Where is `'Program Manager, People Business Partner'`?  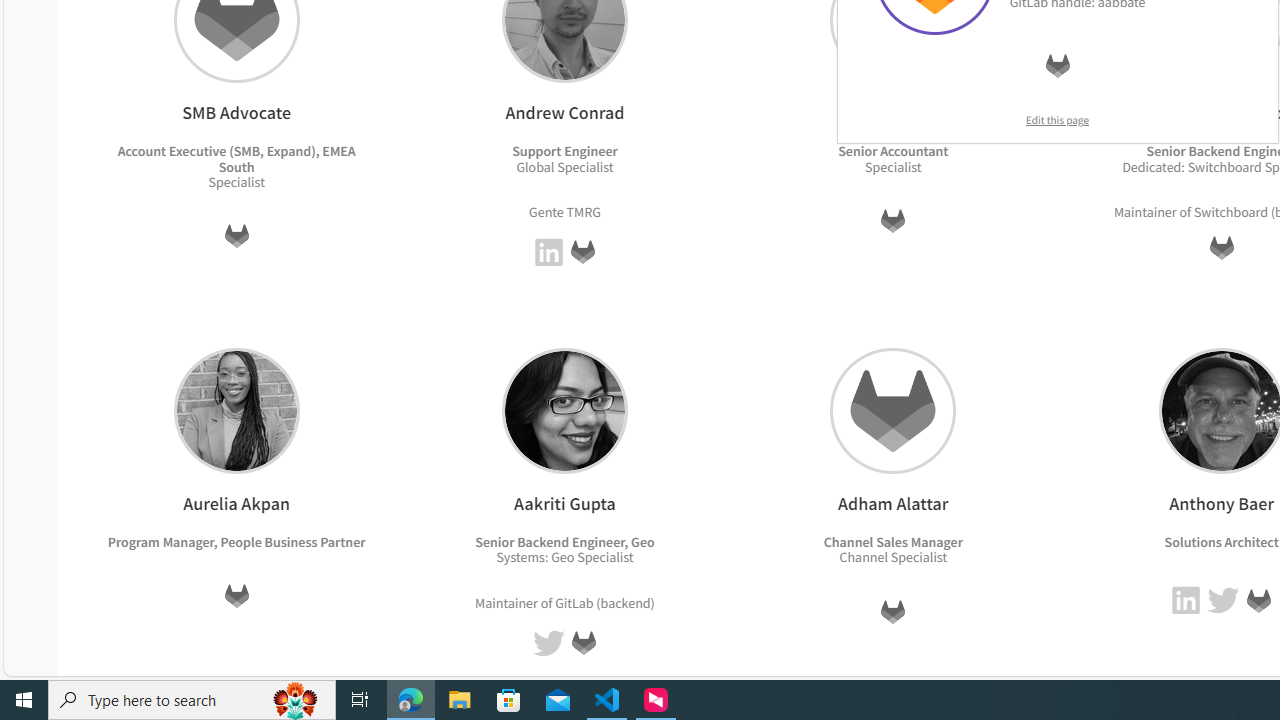
'Program Manager, People Business Partner' is located at coordinates (236, 541).